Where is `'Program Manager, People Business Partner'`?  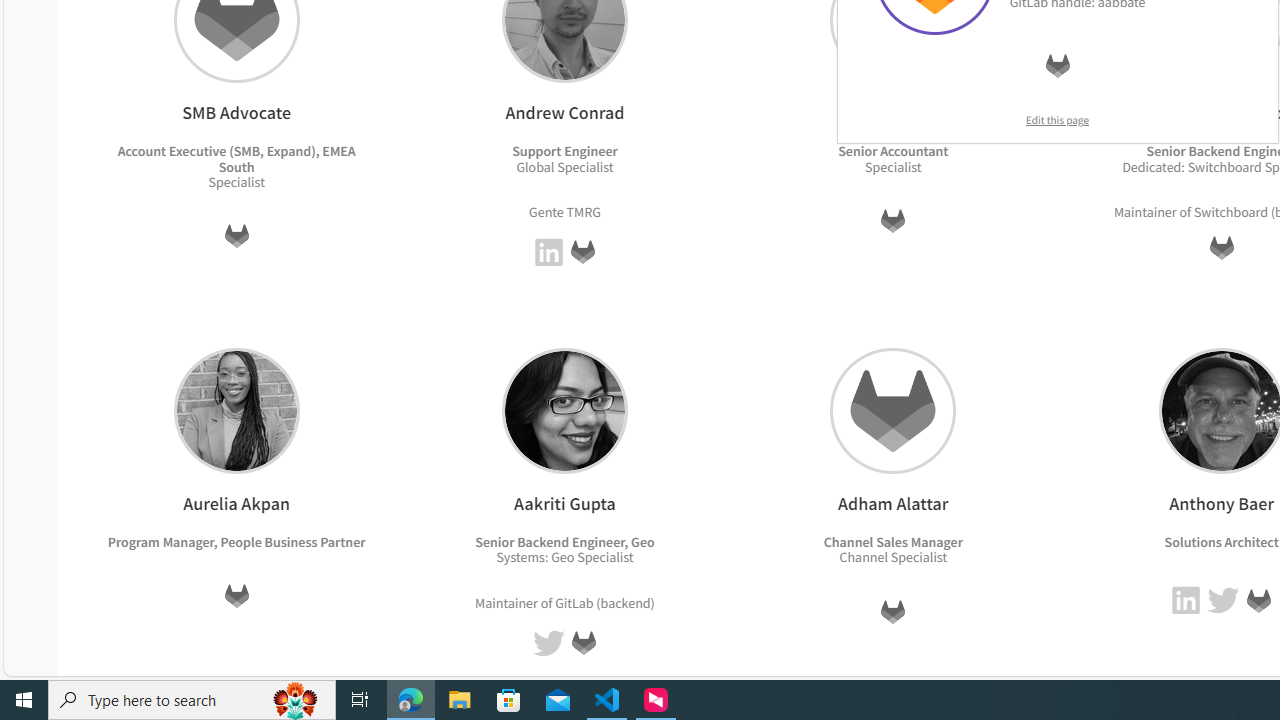
'Program Manager, People Business Partner' is located at coordinates (236, 541).